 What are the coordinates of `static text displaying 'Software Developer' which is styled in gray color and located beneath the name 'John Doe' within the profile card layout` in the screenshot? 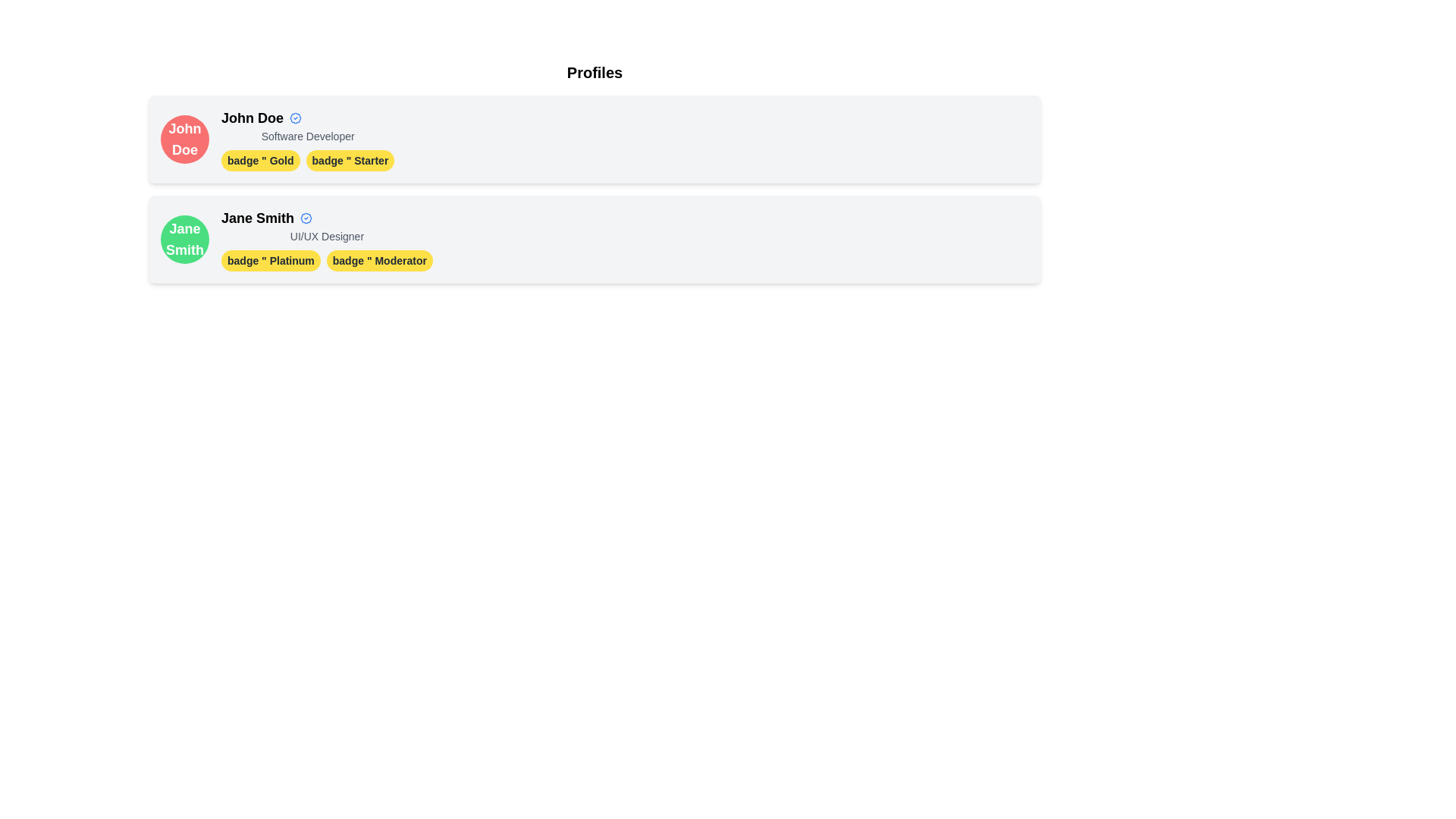 It's located at (307, 136).